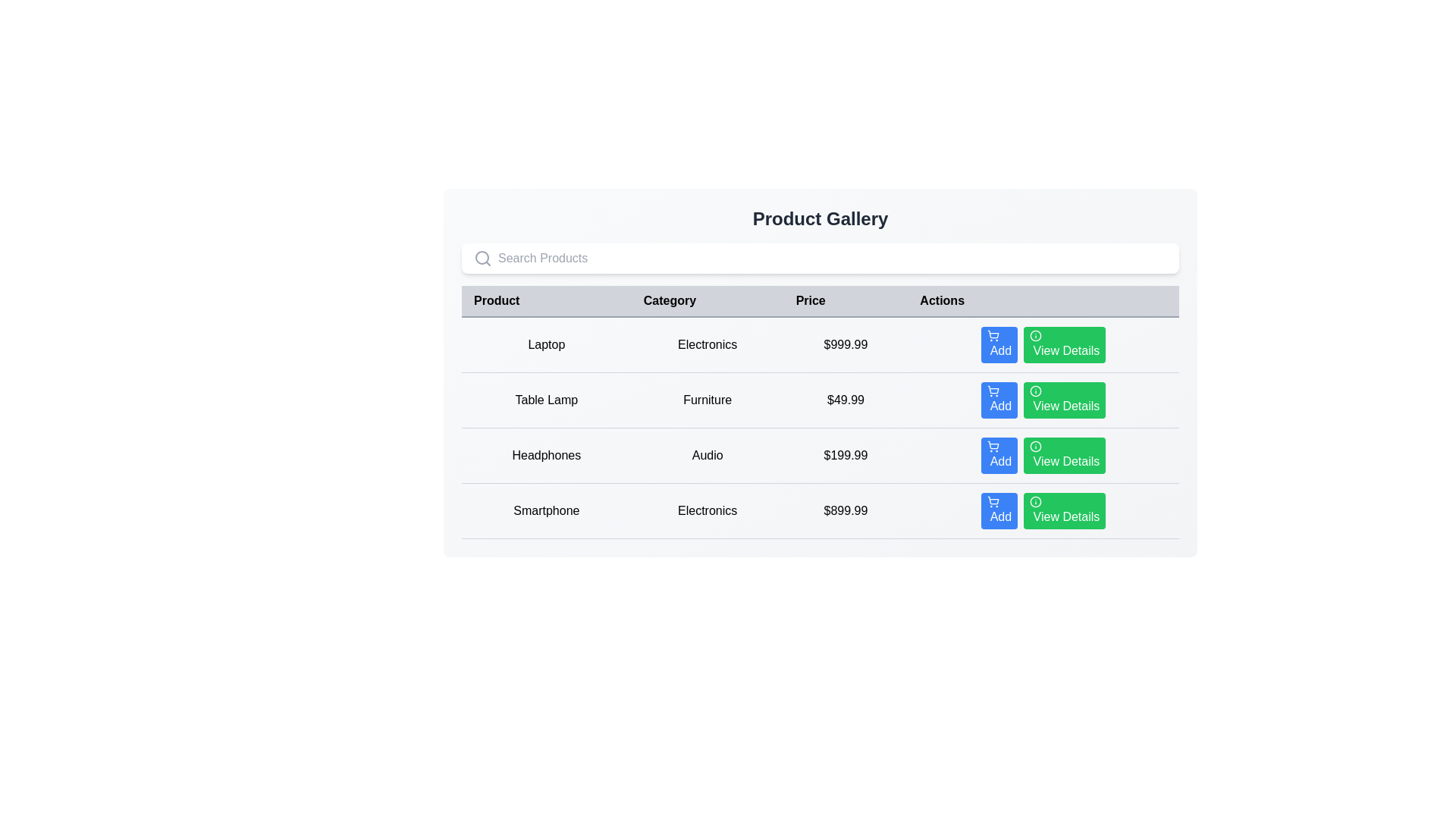 The width and height of the screenshot is (1456, 819). I want to click on the text field displaying 'Electronics', which is centrally aligned in the second column under the 'Category' header in the first row of the table, so click(707, 344).